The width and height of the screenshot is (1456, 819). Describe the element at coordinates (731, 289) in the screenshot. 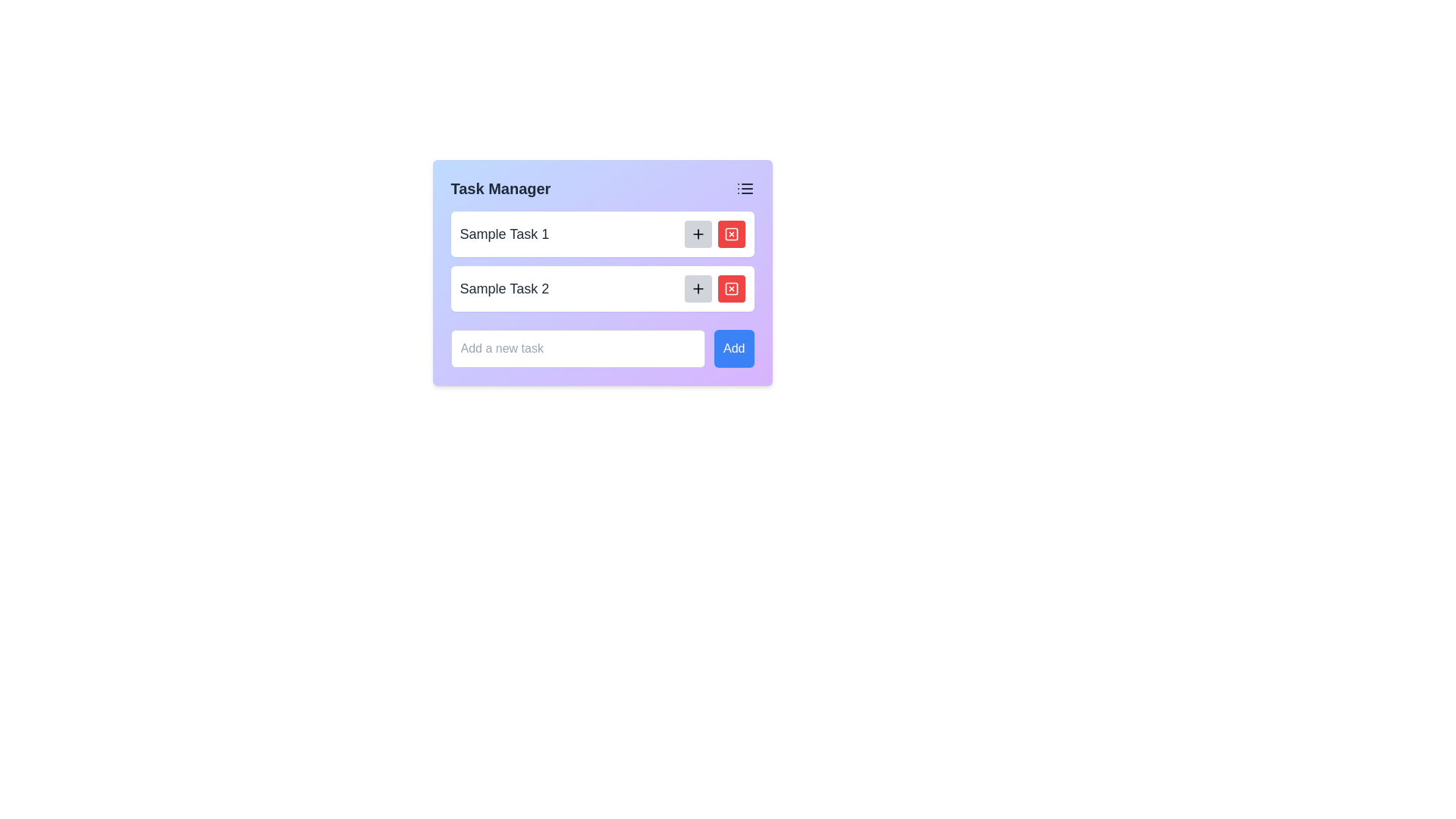

I see `the red rectangular button with a white X icon located after the plus icon button in the horizontal layout` at that location.